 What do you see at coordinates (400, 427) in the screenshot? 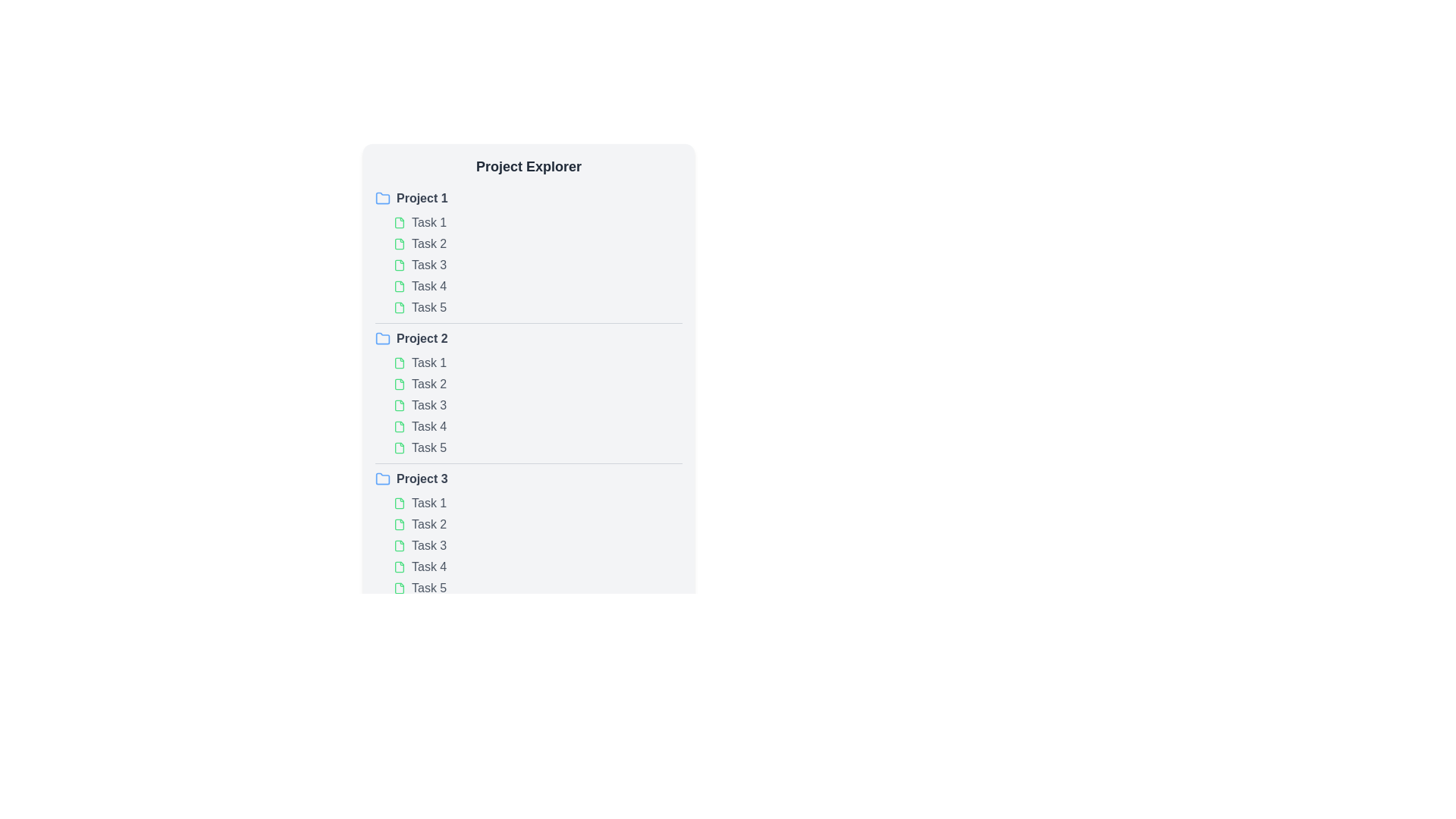
I see `the Graphic icon indicating a file or document associated with the task next to the text label 'Task 4' in the 'Project 2' group` at bounding box center [400, 427].